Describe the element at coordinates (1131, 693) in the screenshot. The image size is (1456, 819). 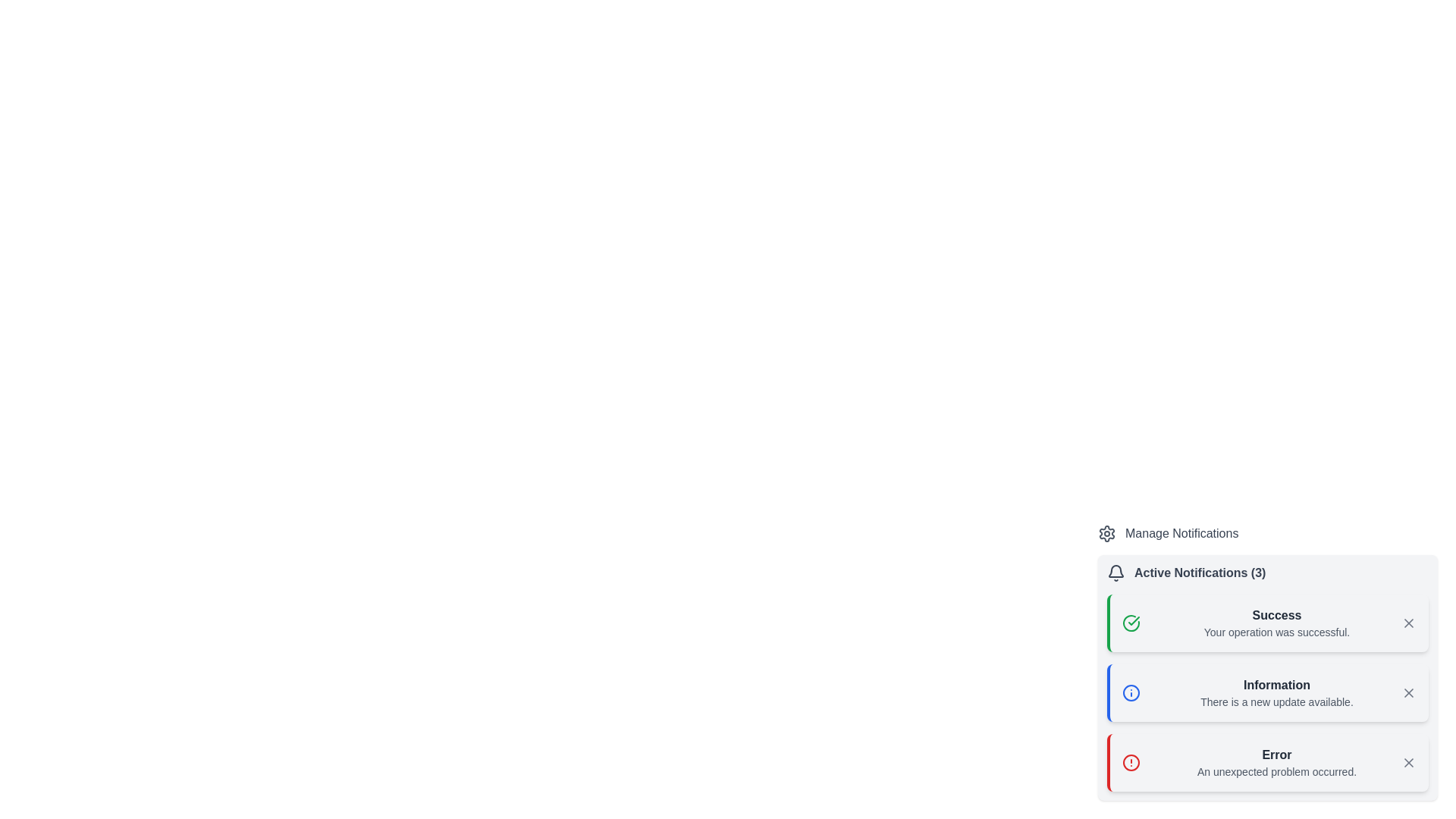
I see `the Graphical Circle (SVG Element) with a blue outline, which is part of the informational icon next to the text 'Information' in the Active Notifications area, specifically the second entry in the notifications list` at that location.